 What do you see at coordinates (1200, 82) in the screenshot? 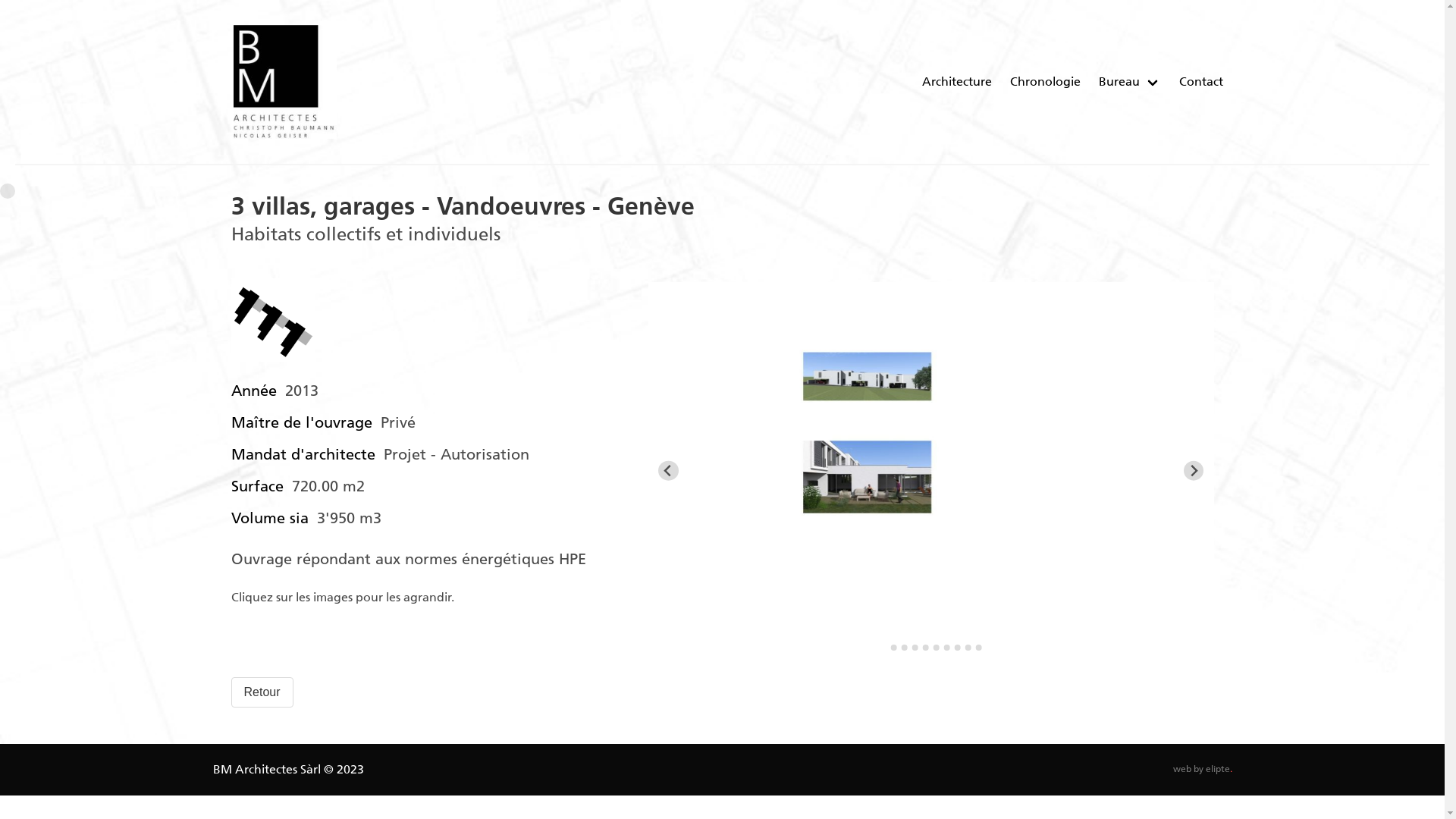
I see `'Contact'` at bounding box center [1200, 82].